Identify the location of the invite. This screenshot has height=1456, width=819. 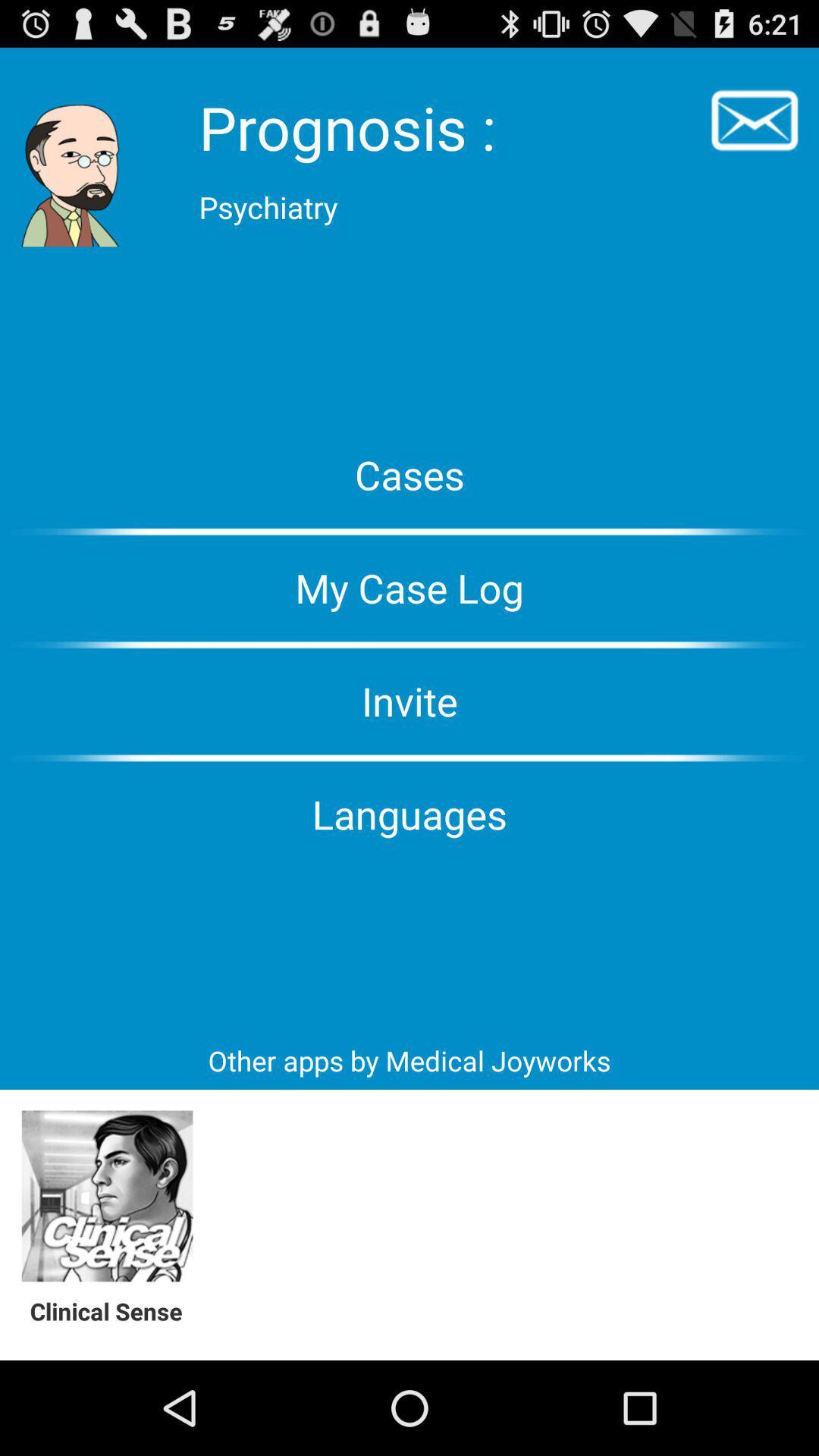
(409, 700).